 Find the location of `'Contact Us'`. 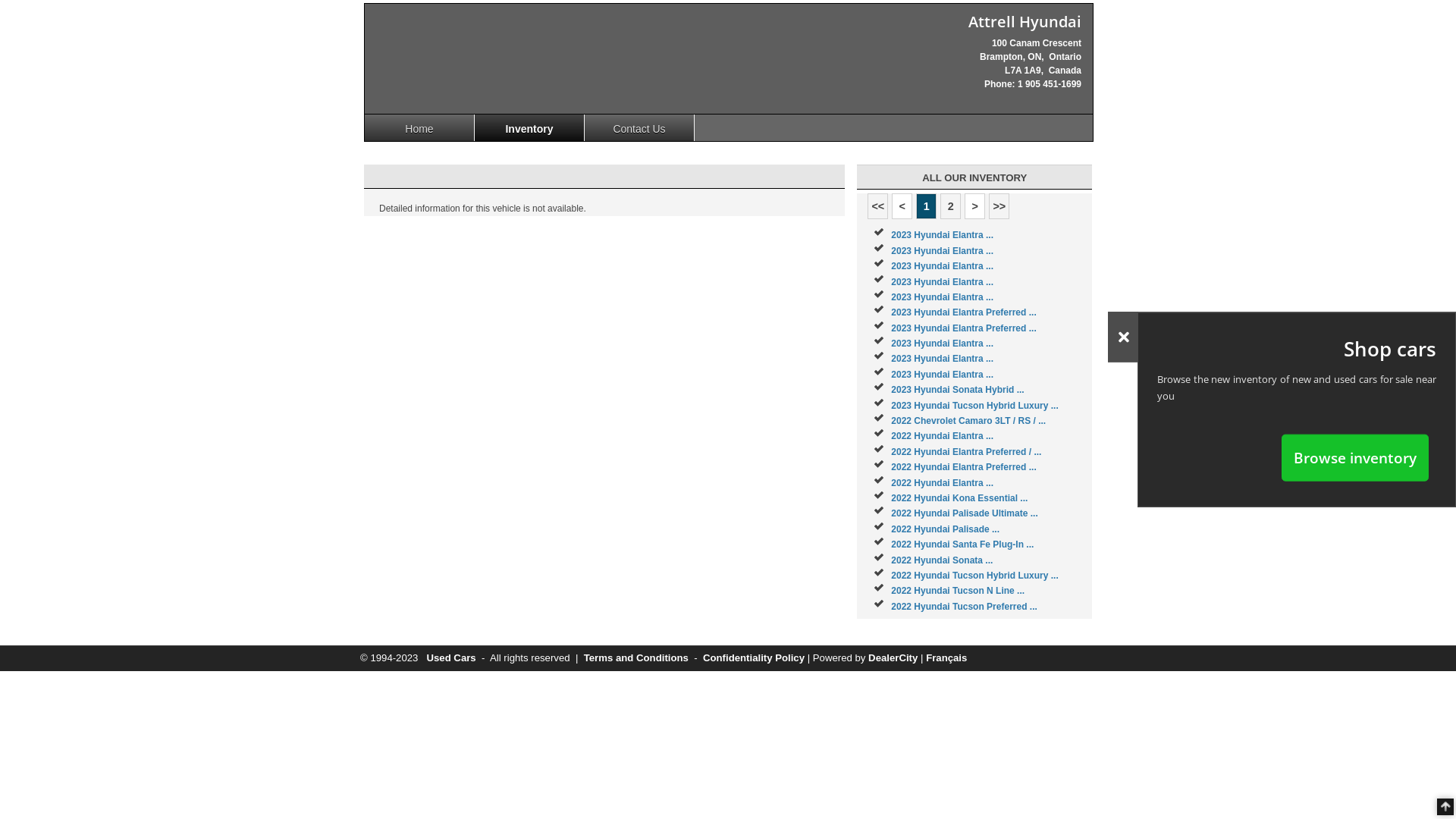

'Contact Us' is located at coordinates (639, 127).